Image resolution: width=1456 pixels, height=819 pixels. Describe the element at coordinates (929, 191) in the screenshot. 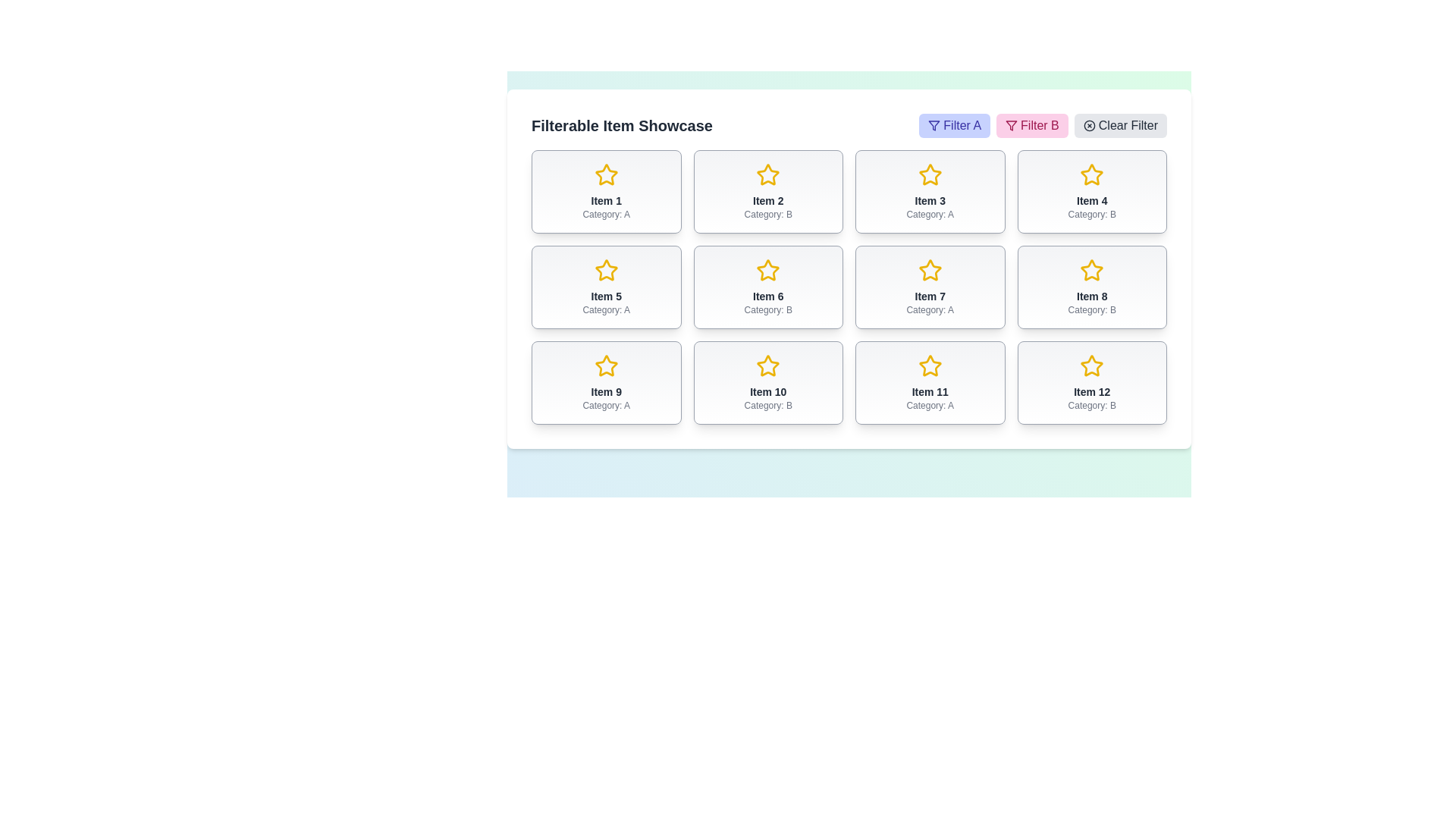

I see `the card element displaying 'Item 3' with a yellow star icon at the top, located in the first row and third column of the grid layout` at that location.